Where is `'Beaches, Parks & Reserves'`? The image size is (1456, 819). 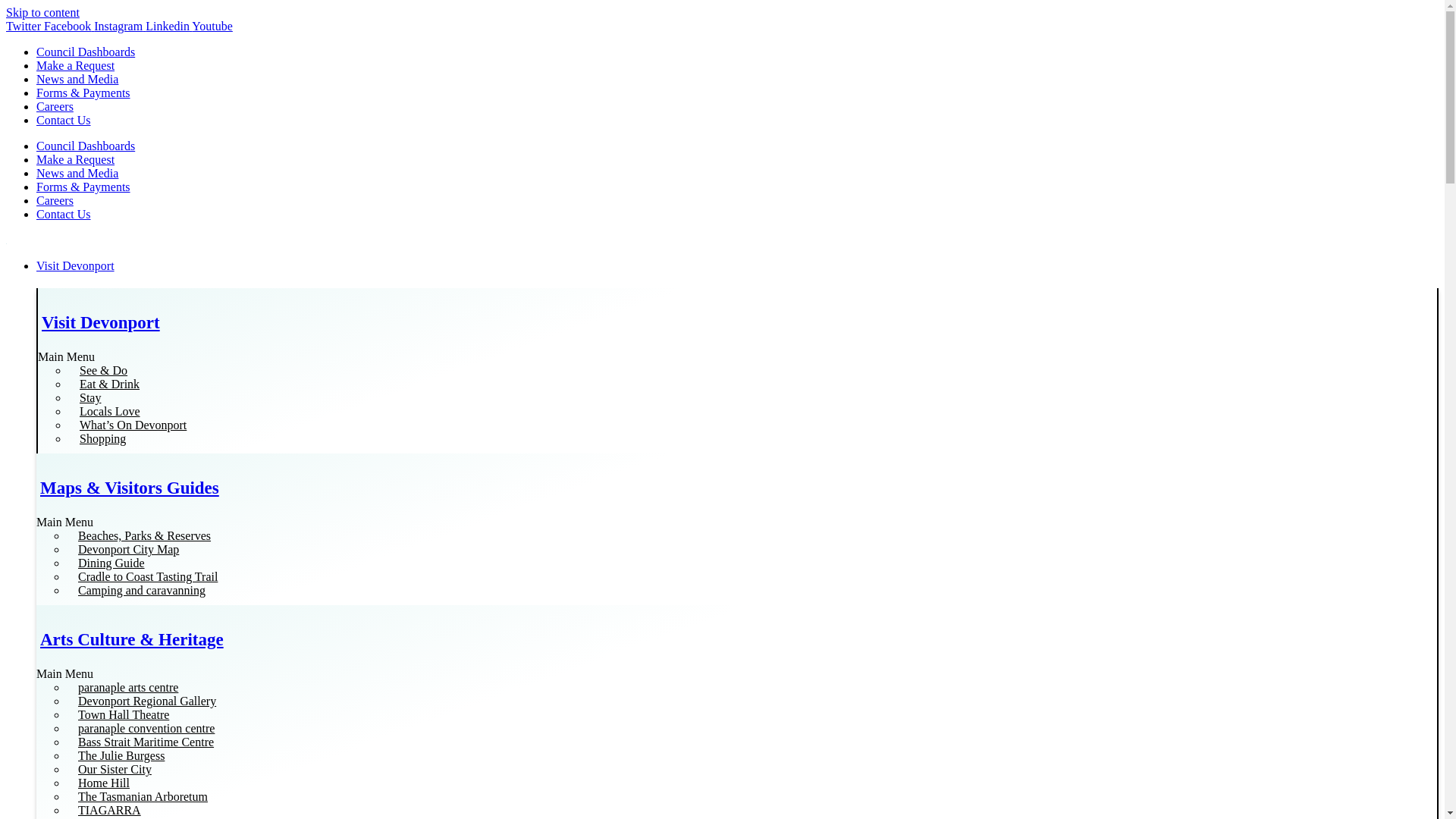 'Beaches, Parks & Reserves' is located at coordinates (65, 535).